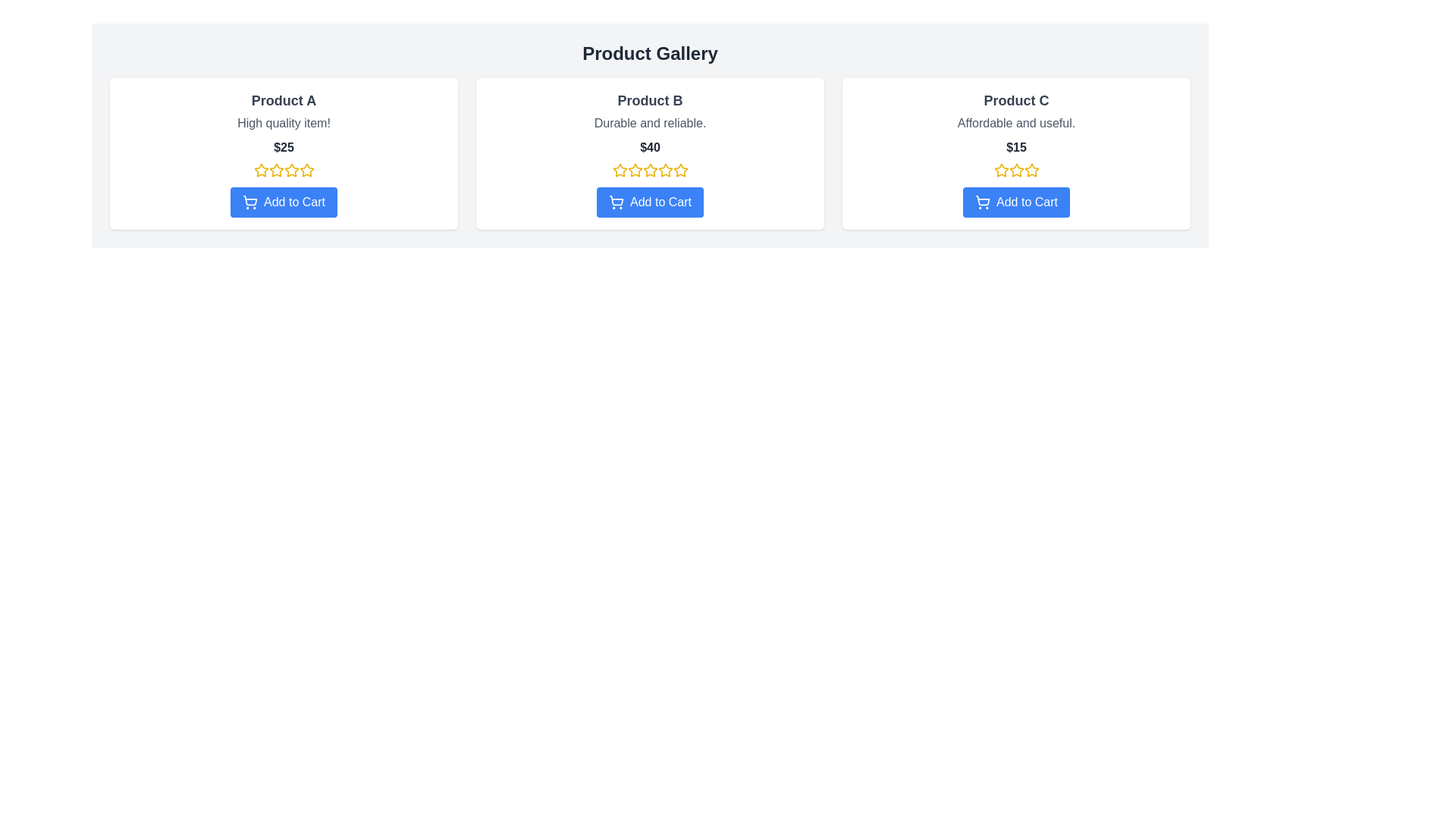 The image size is (1456, 819). What do you see at coordinates (1016, 201) in the screenshot?
I see `the 'Add to Cart' button with a bright blue background, white text, and a shopping cart icon to potentially change its background color` at bounding box center [1016, 201].